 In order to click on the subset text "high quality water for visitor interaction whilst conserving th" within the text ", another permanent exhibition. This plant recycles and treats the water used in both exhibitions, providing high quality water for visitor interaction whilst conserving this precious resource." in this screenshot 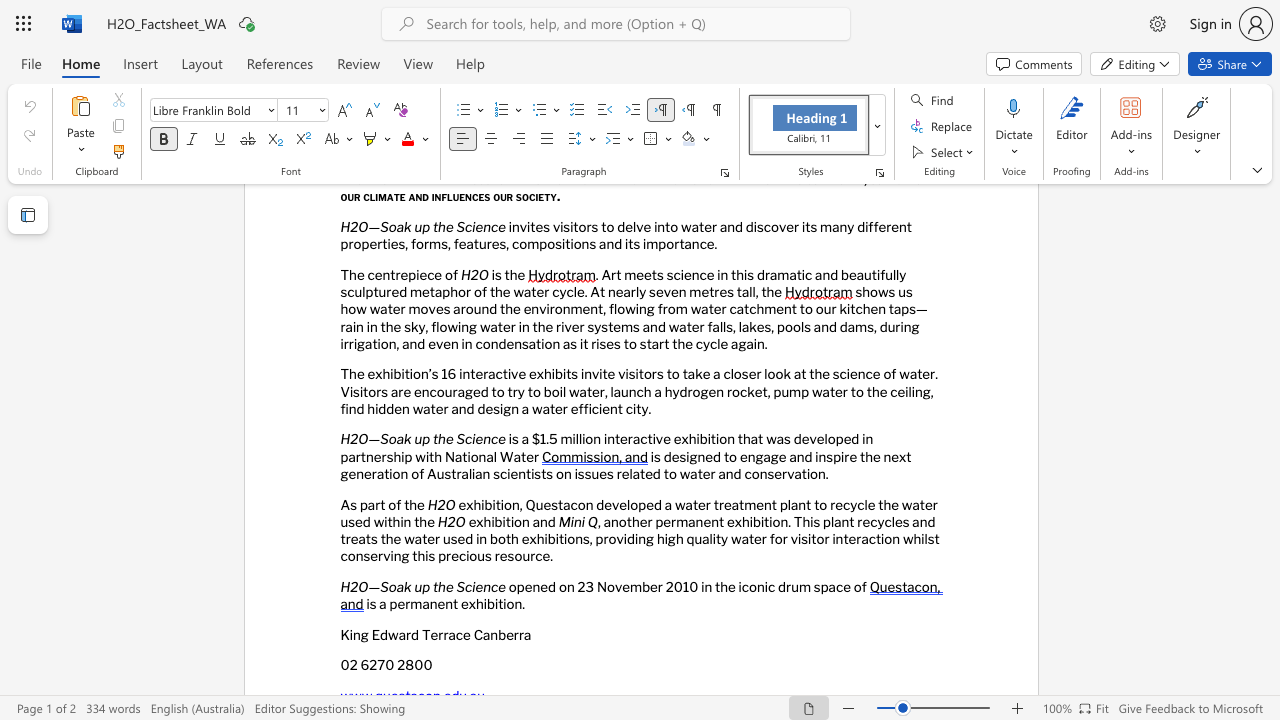, I will do `click(656, 538)`.